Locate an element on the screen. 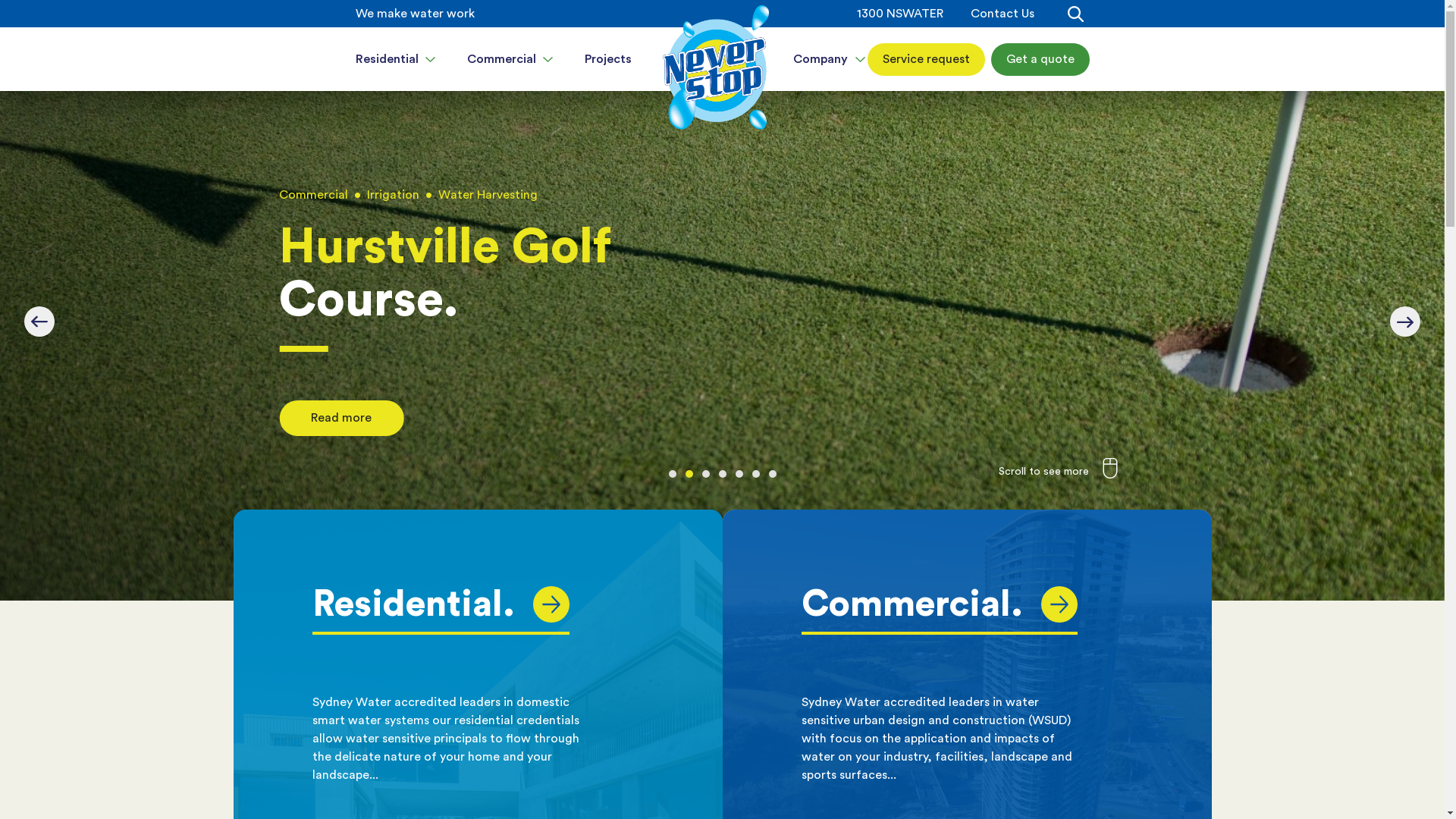 The width and height of the screenshot is (1456, 819). 'Previous slide' is located at coordinates (39, 321).